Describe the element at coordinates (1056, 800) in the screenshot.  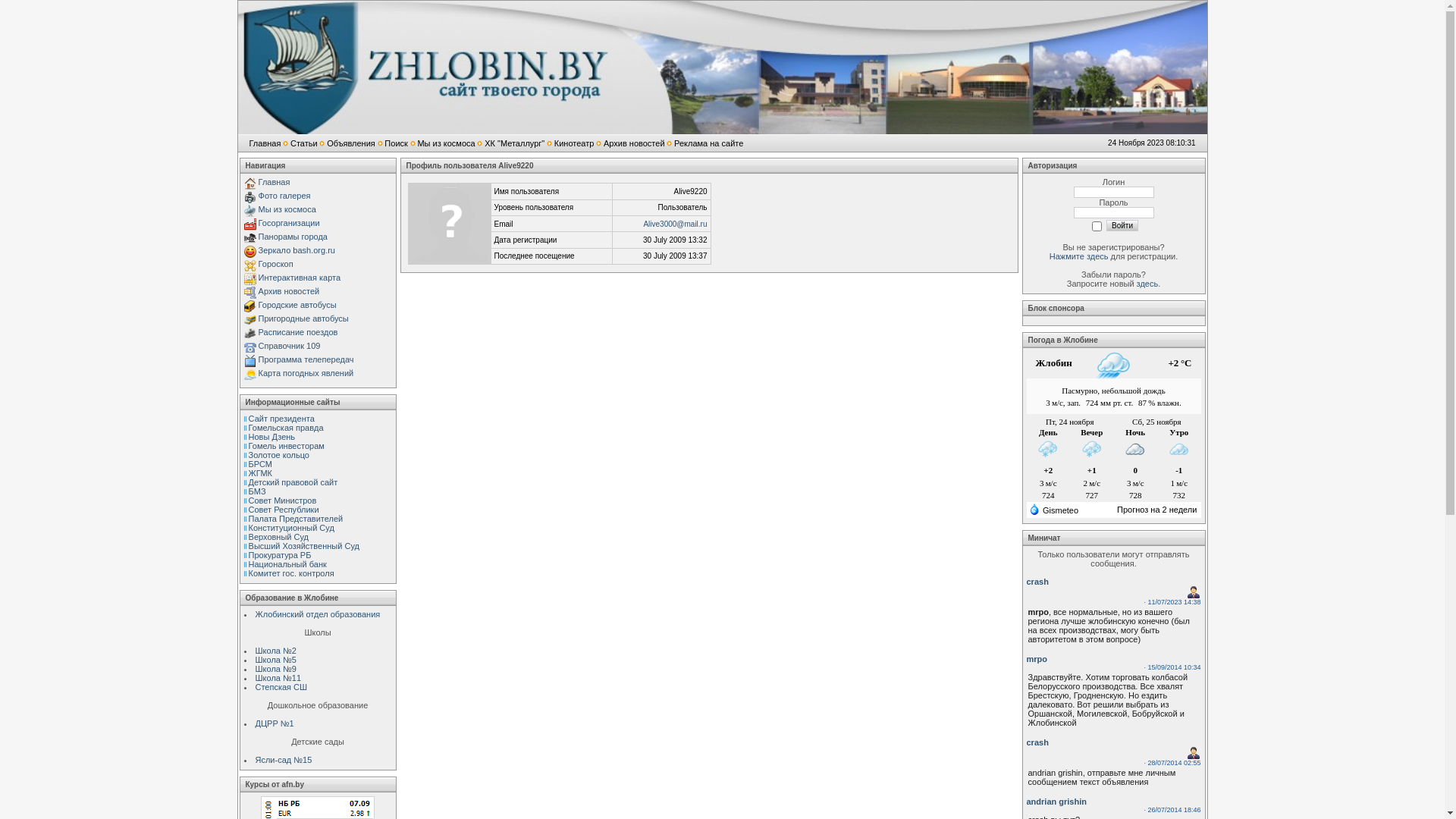
I see `'andrian grishin'` at that location.